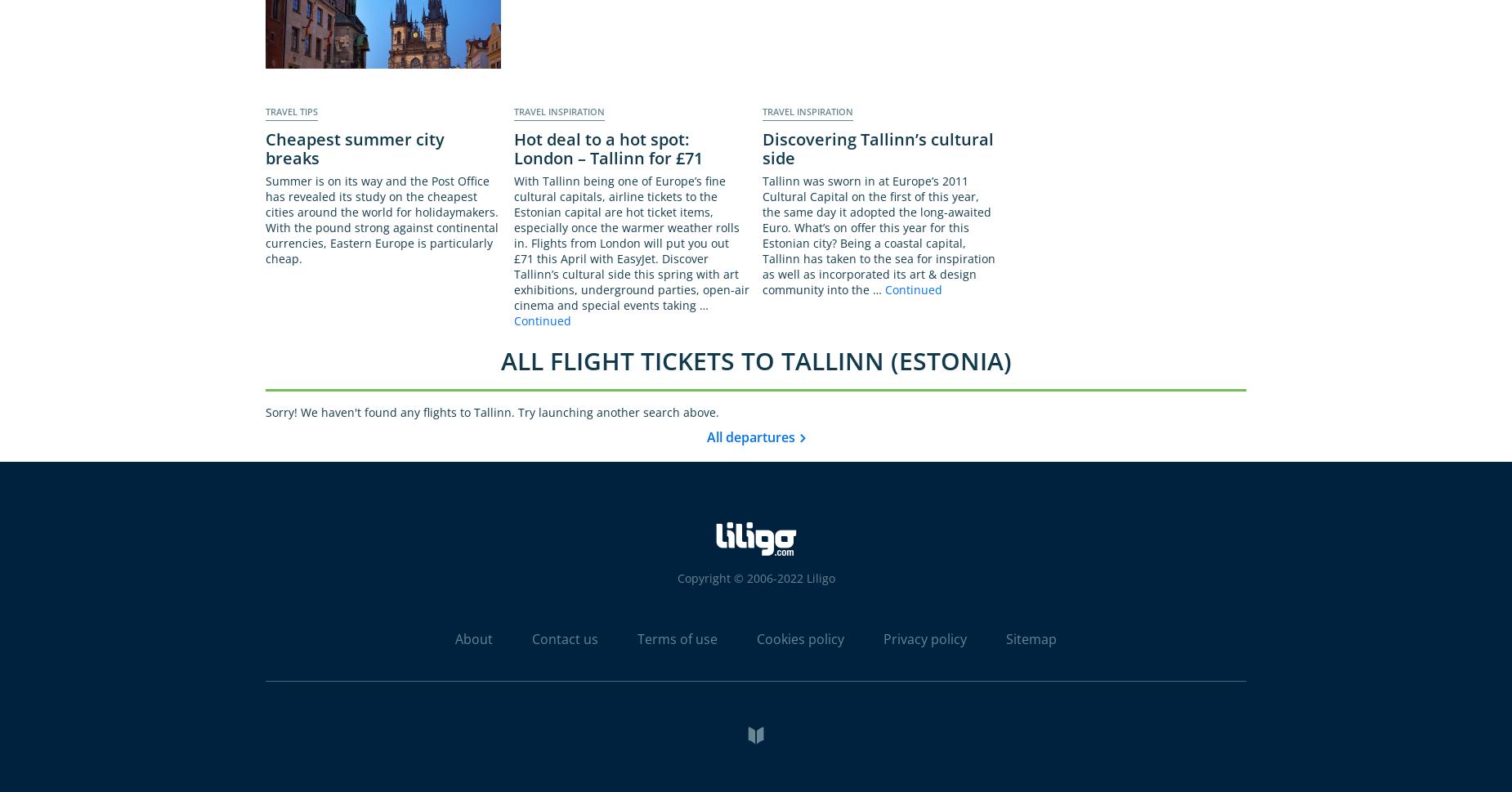  I want to click on 'Terms of use', so click(677, 638).